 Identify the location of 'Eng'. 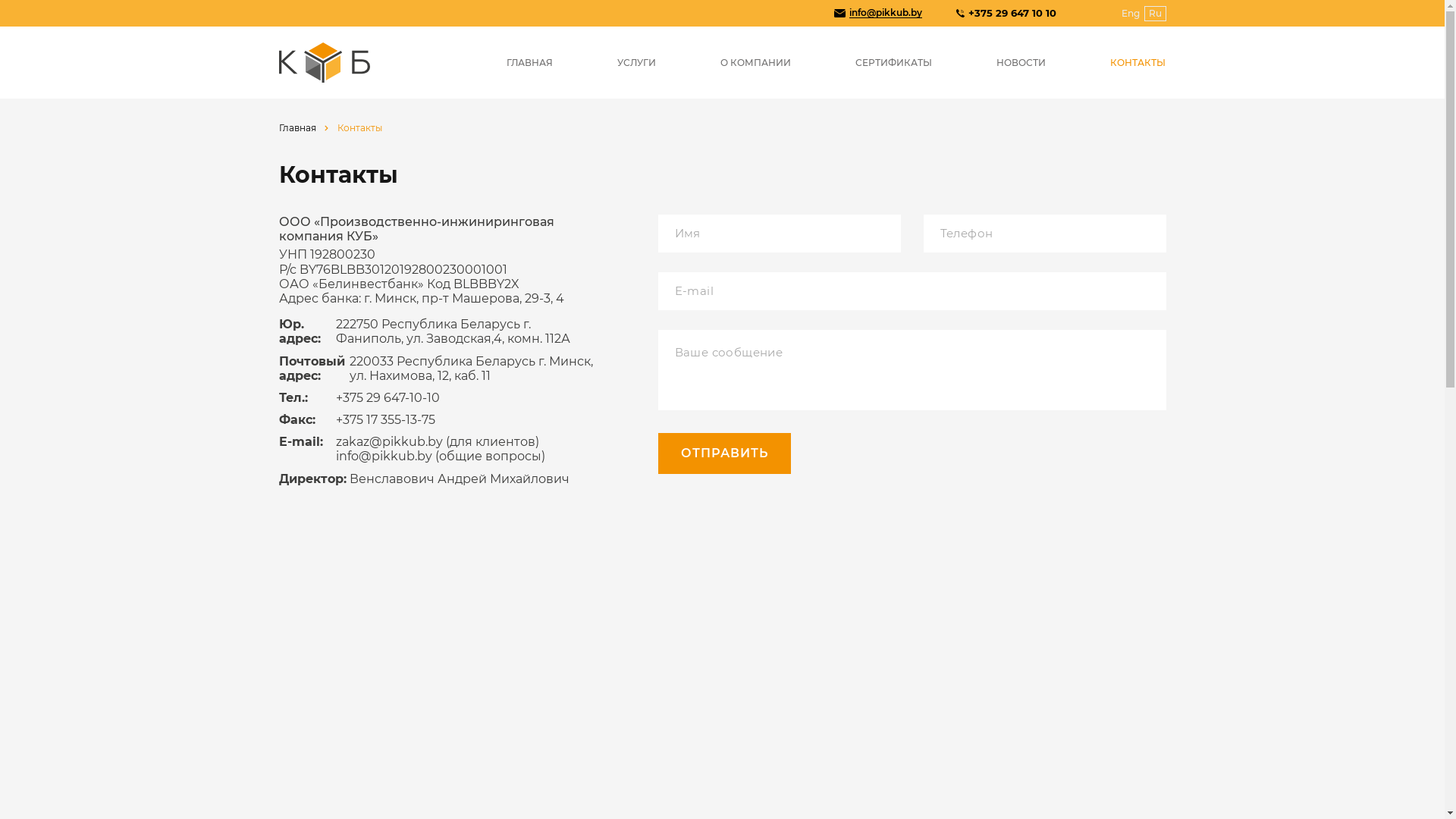
(1131, 14).